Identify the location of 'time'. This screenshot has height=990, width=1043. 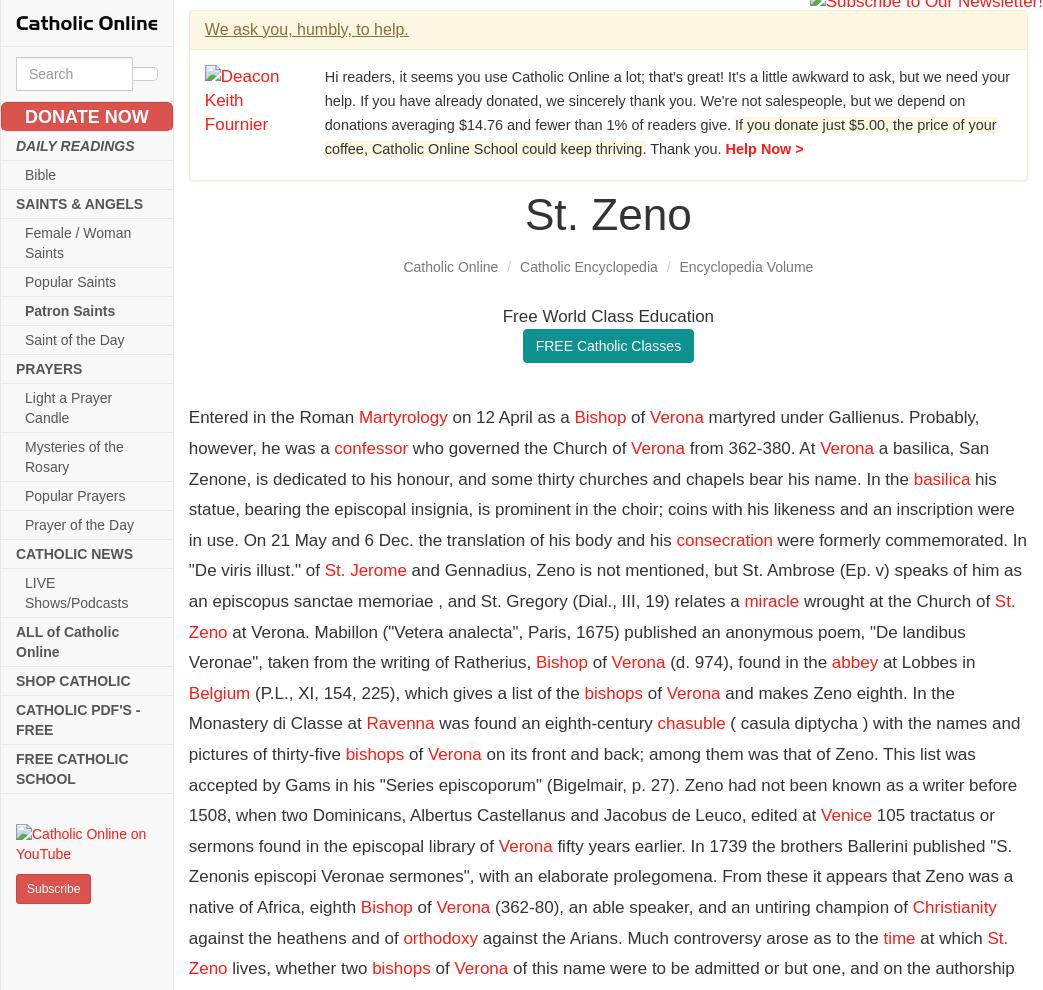
(897, 936).